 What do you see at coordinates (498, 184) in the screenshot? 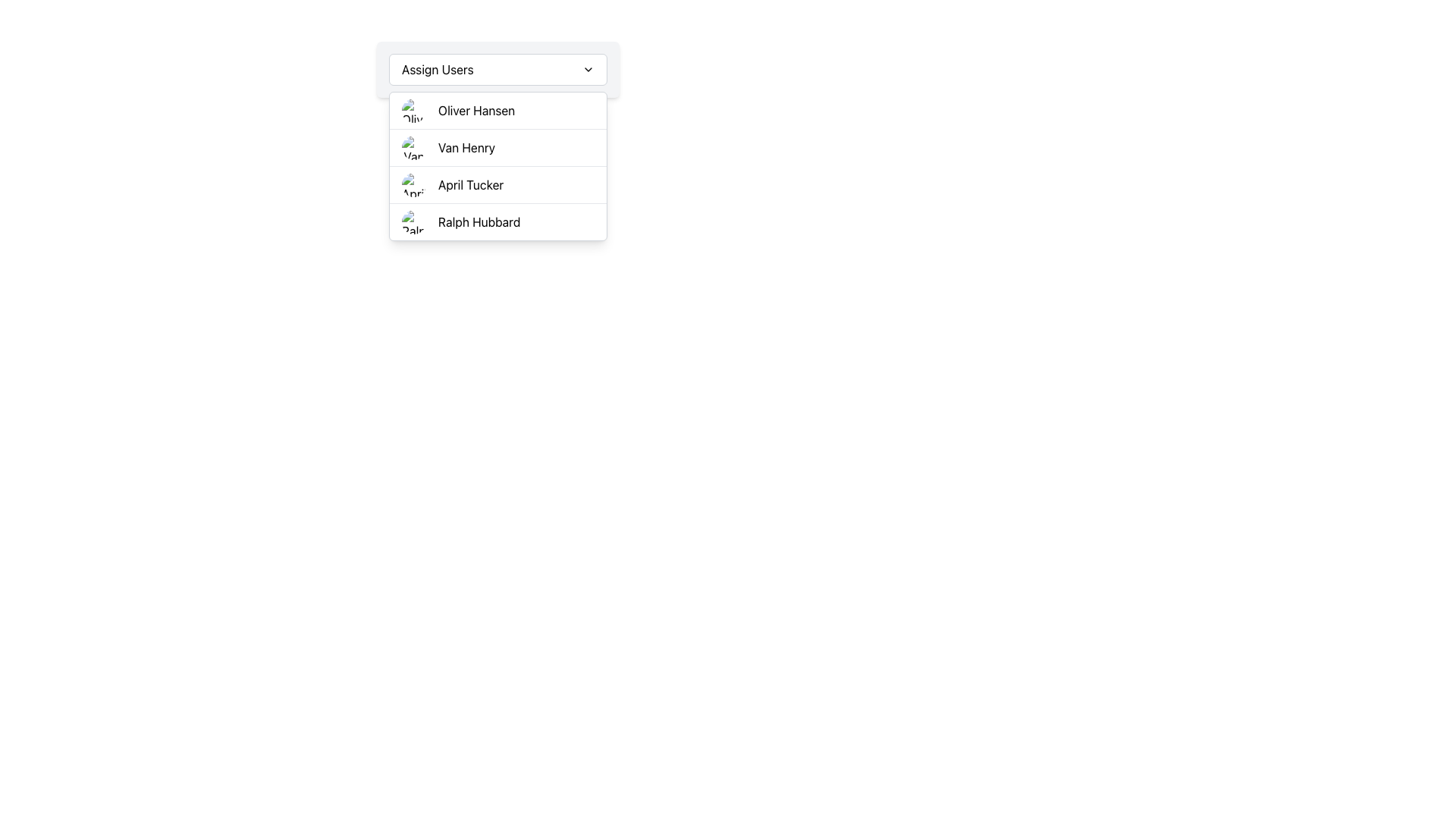
I see `to select the third item in the dropdown list menu` at bounding box center [498, 184].